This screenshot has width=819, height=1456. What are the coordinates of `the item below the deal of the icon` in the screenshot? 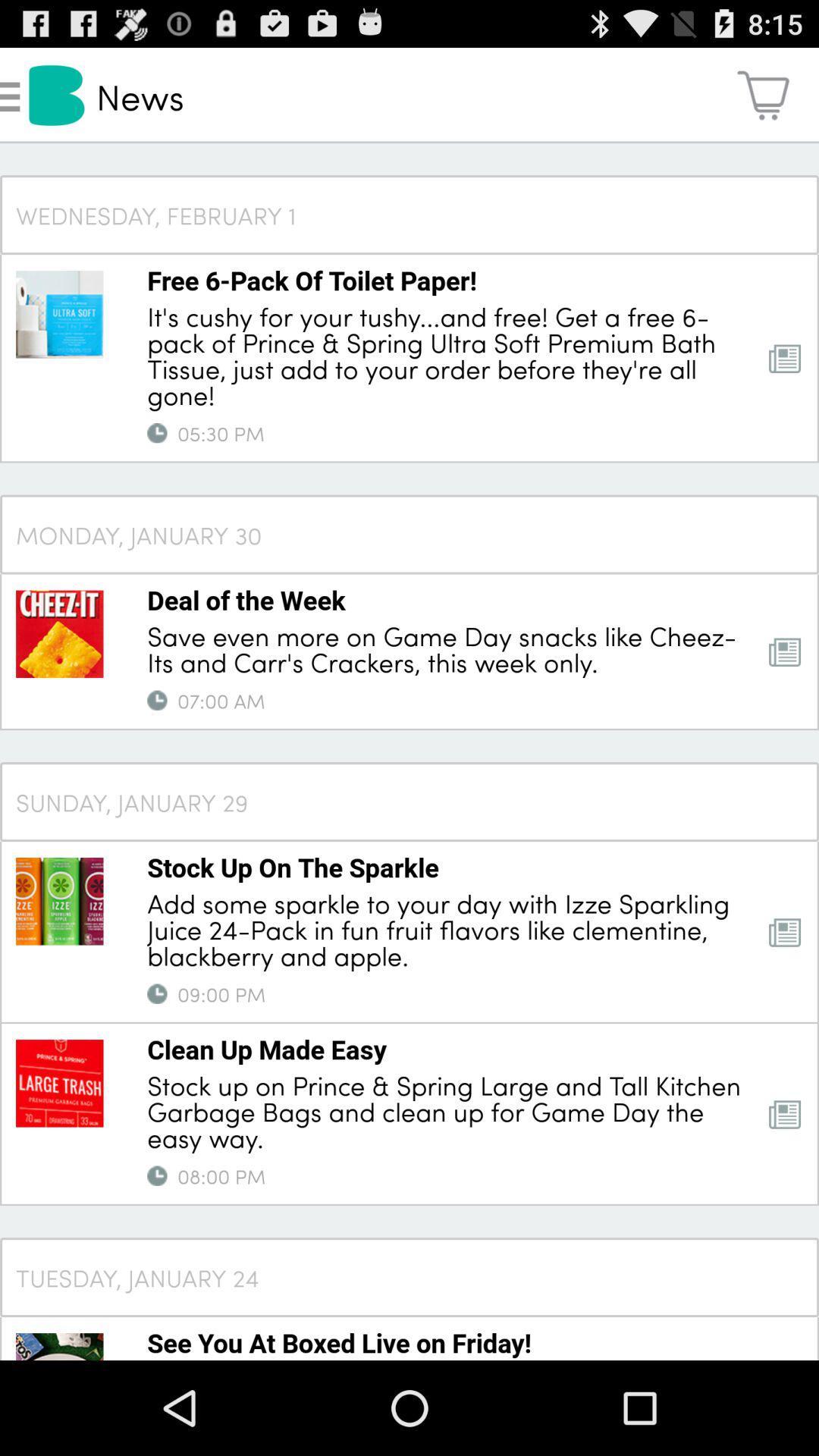 It's located at (447, 648).